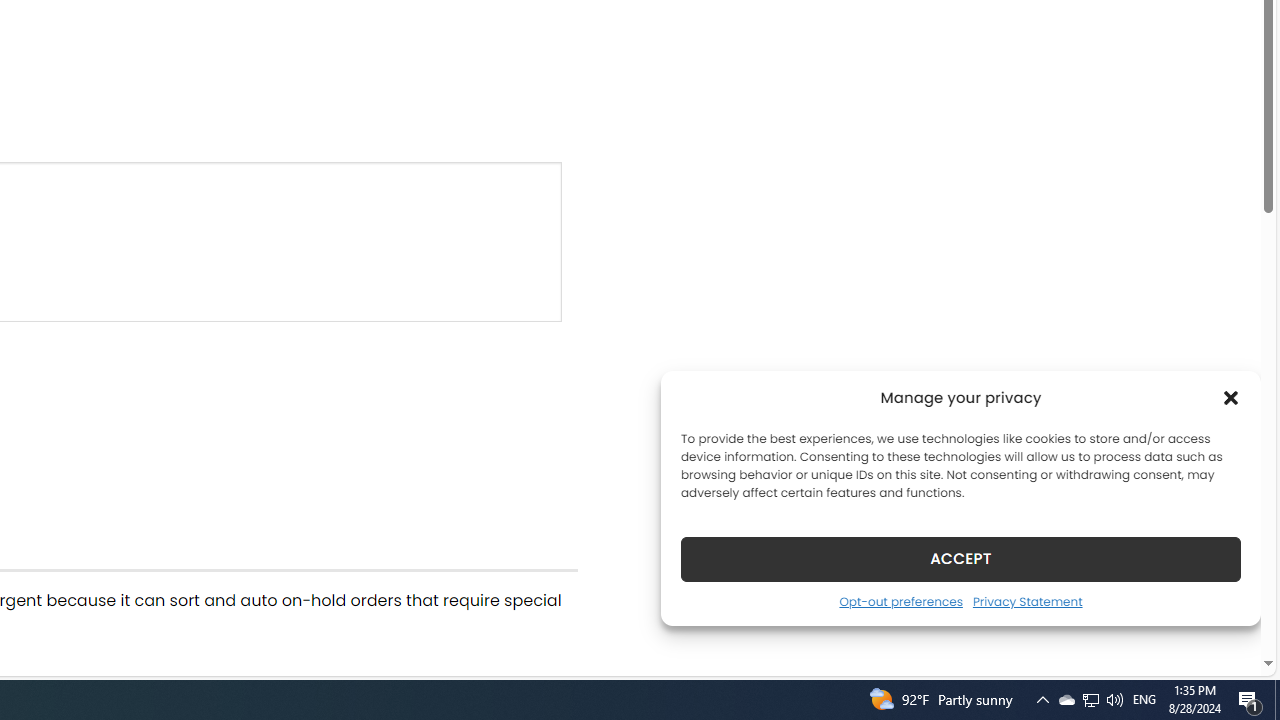  Describe the element at coordinates (1027, 600) in the screenshot. I see `'Privacy Statement'` at that location.